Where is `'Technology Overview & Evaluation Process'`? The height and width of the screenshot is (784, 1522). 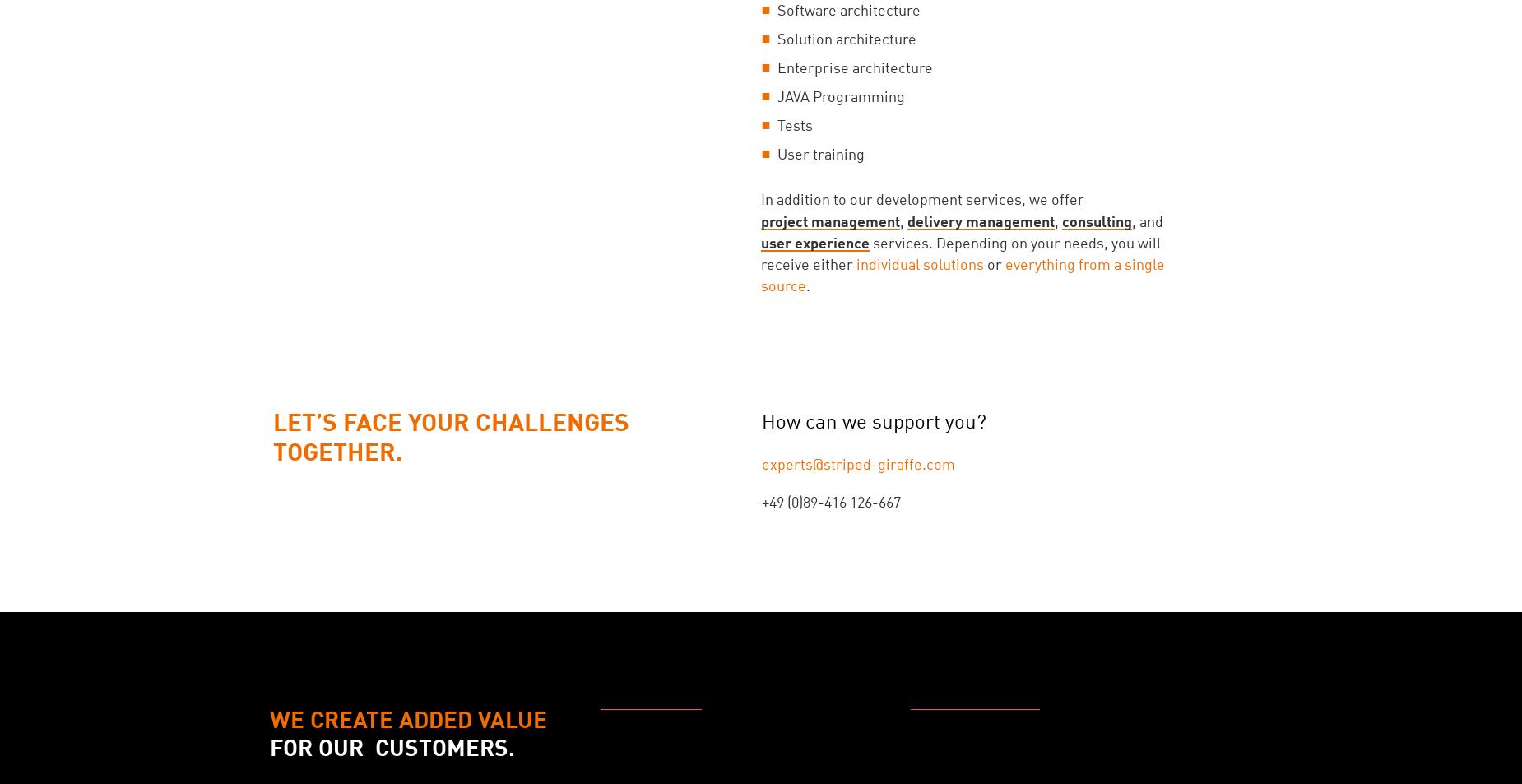 'Technology Overview & Evaluation Process' is located at coordinates (731, 755).